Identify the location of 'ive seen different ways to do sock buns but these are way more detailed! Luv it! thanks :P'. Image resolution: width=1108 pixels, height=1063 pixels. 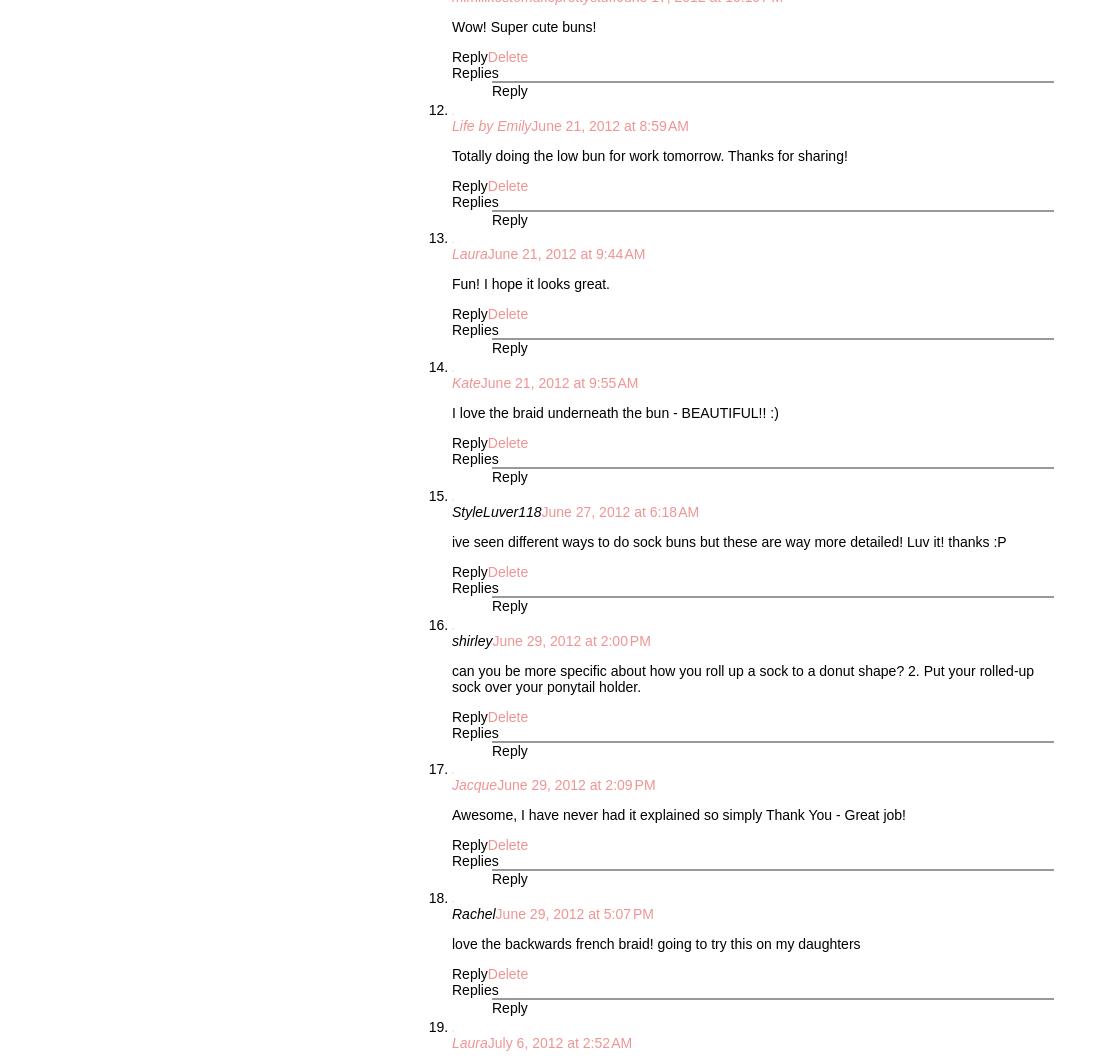
(727, 539).